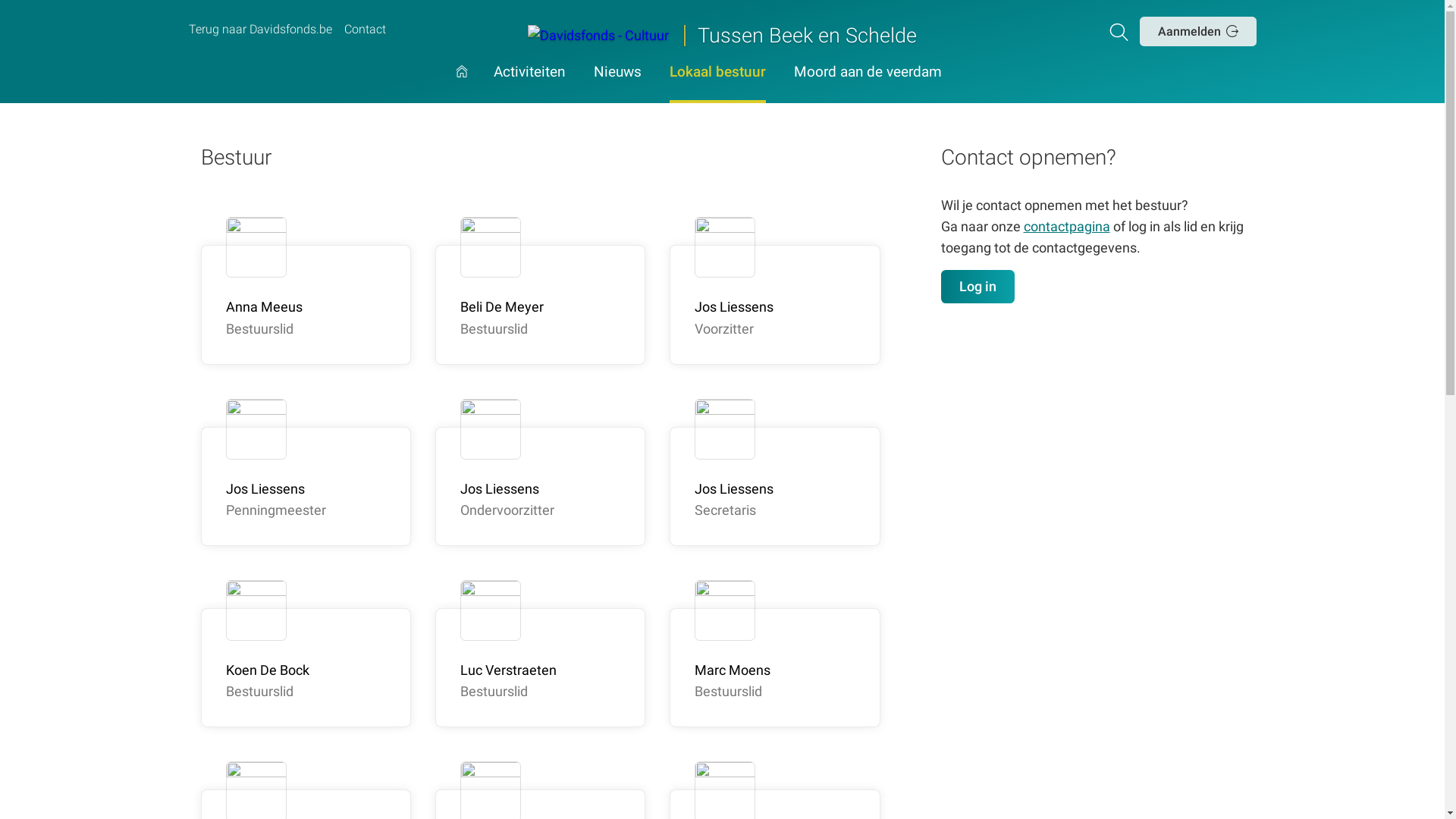  What do you see at coordinates (977, 287) in the screenshot?
I see `'Log in'` at bounding box center [977, 287].